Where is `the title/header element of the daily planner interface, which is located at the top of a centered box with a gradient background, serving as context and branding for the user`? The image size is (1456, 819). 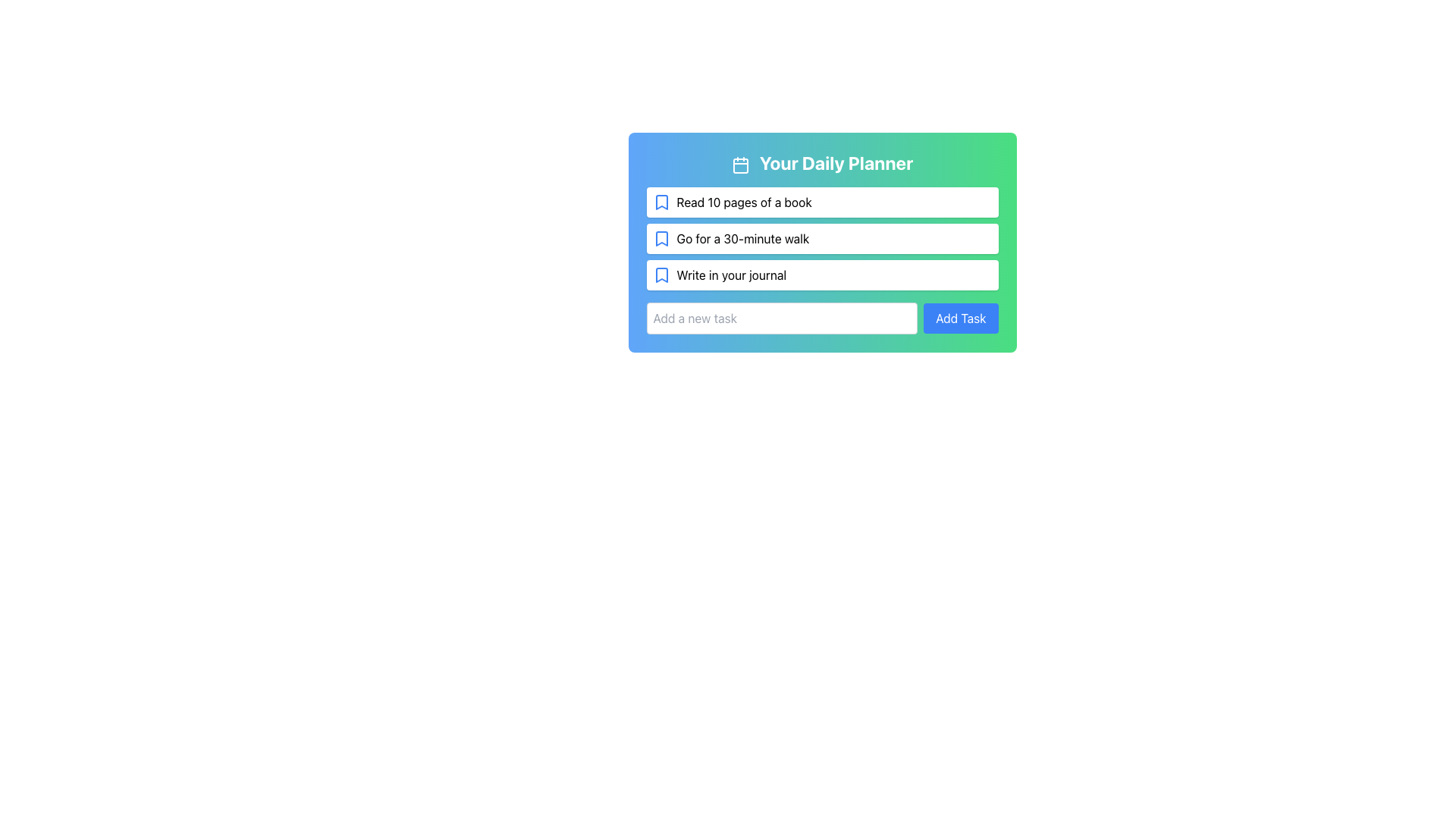 the title/header element of the daily planner interface, which is located at the top of a centered box with a gradient background, serving as context and branding for the user is located at coordinates (821, 163).